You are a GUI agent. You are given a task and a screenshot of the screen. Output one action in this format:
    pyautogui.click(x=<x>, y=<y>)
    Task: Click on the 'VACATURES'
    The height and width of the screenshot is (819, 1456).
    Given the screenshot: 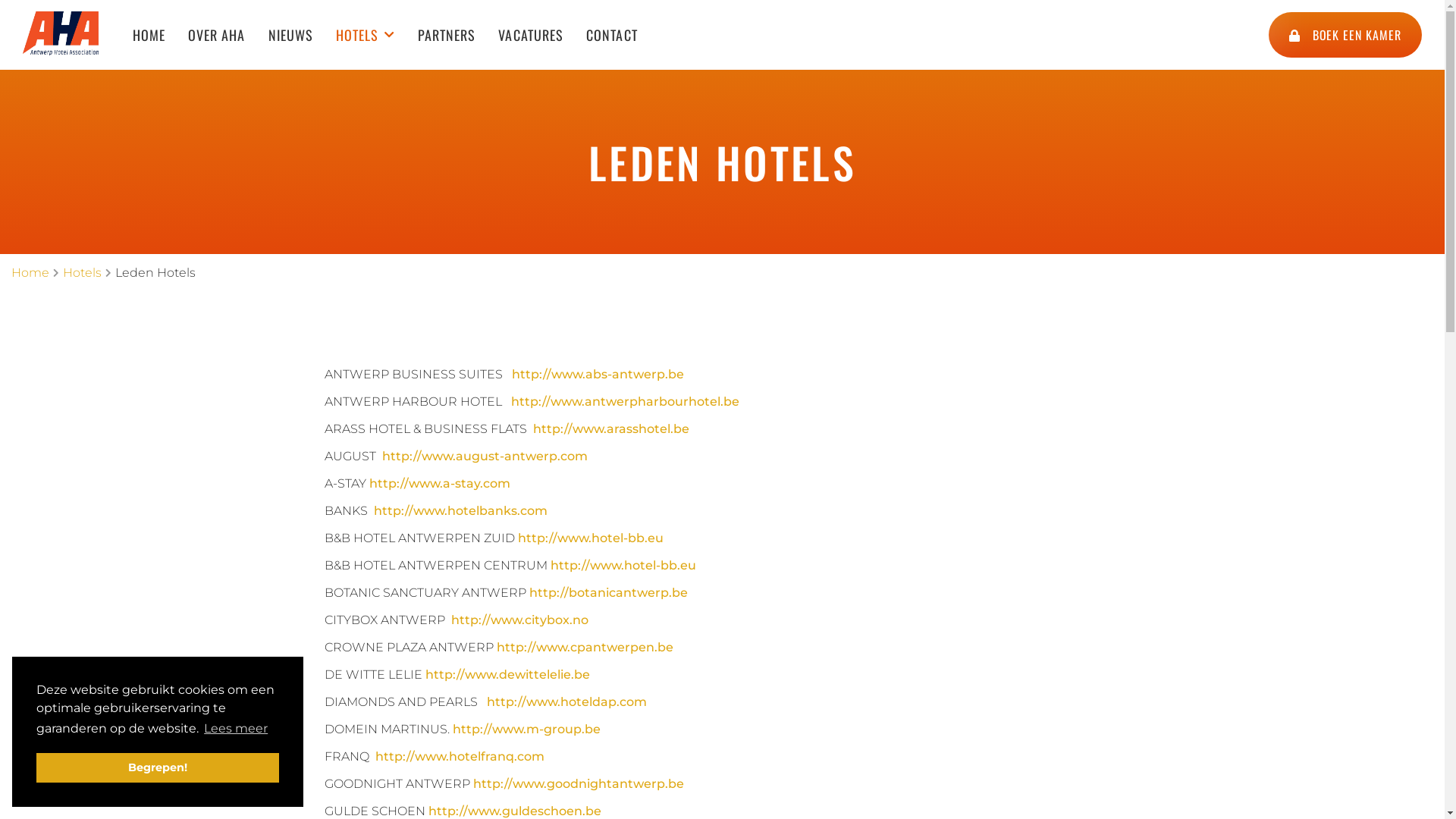 What is the action you would take?
    pyautogui.click(x=531, y=34)
    